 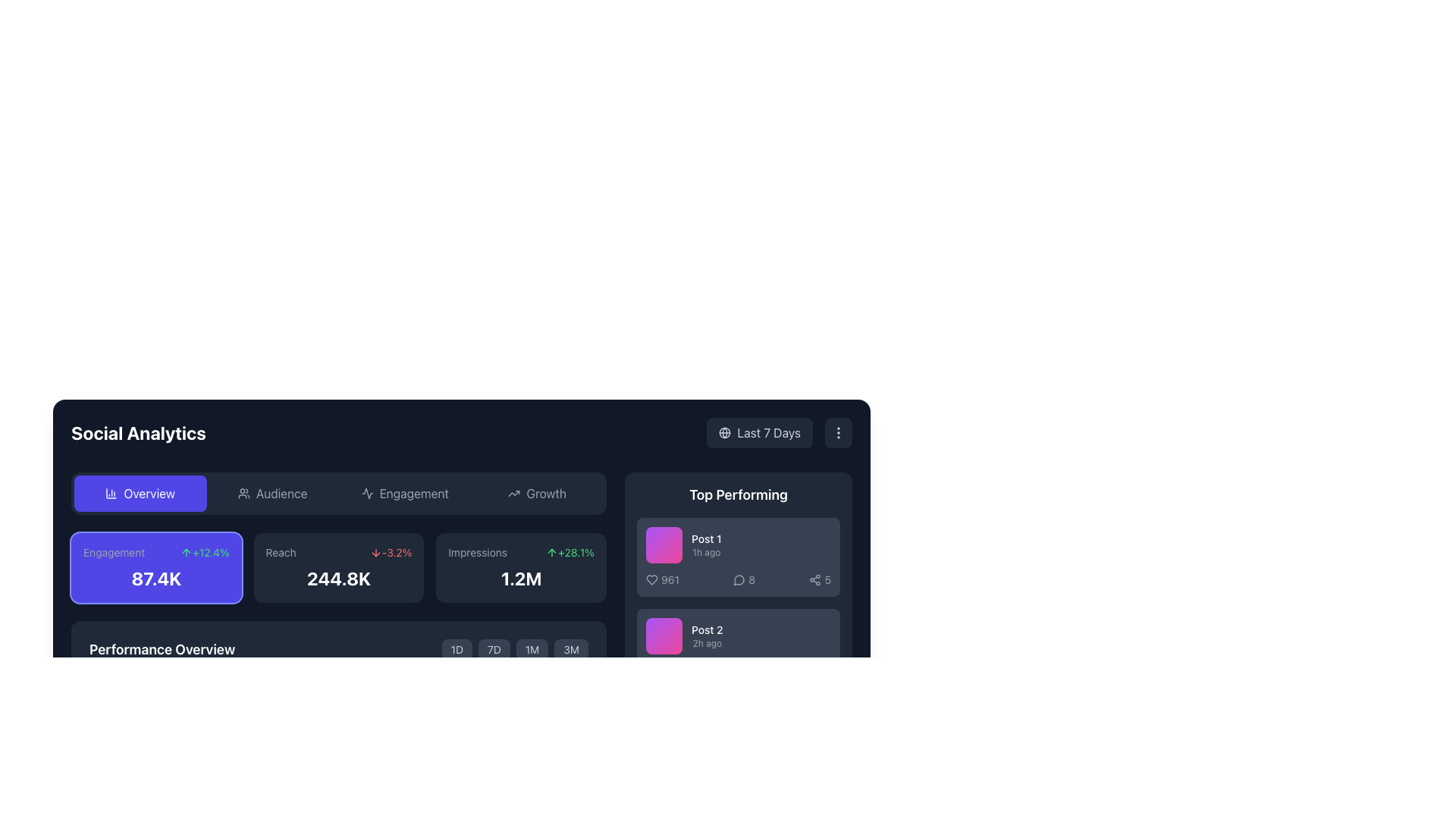 I want to click on the heart-shaped icon with a hollow outline, located to the left of the numeric text '961' in the 'Top Performing' widget of 'Post 1', so click(x=651, y=579).